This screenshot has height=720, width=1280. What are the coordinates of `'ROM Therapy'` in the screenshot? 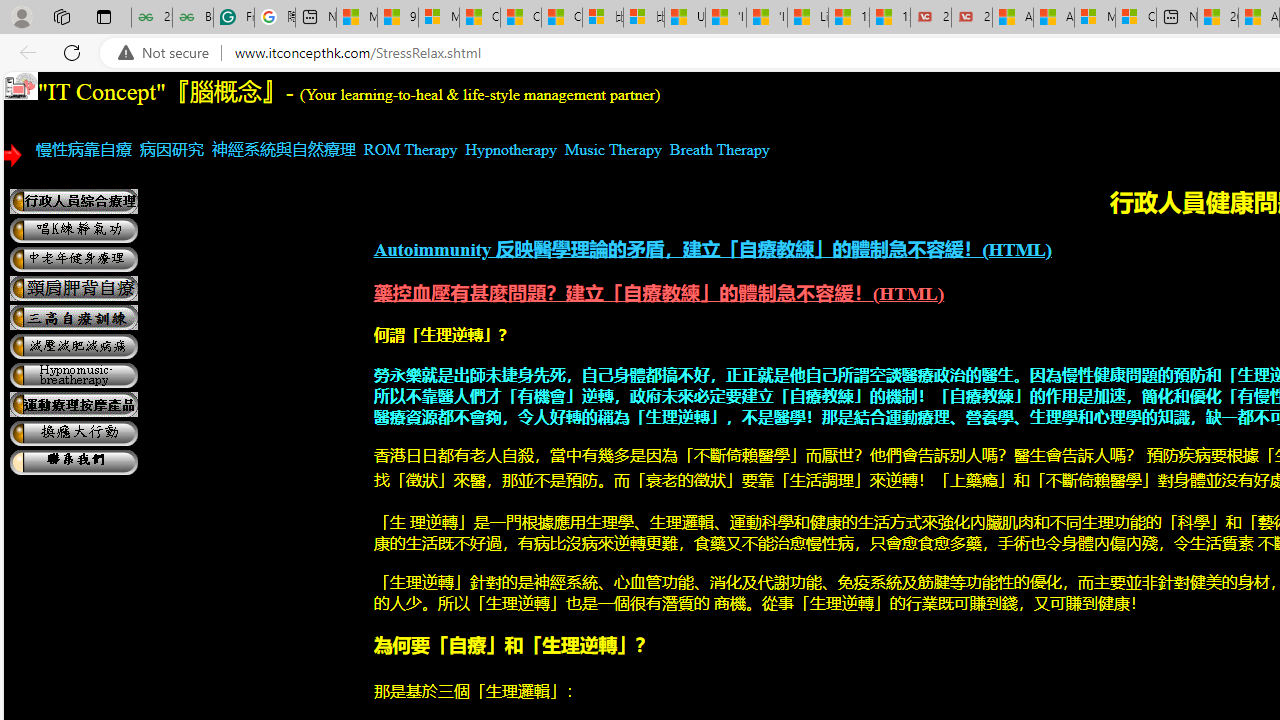 It's located at (409, 148).